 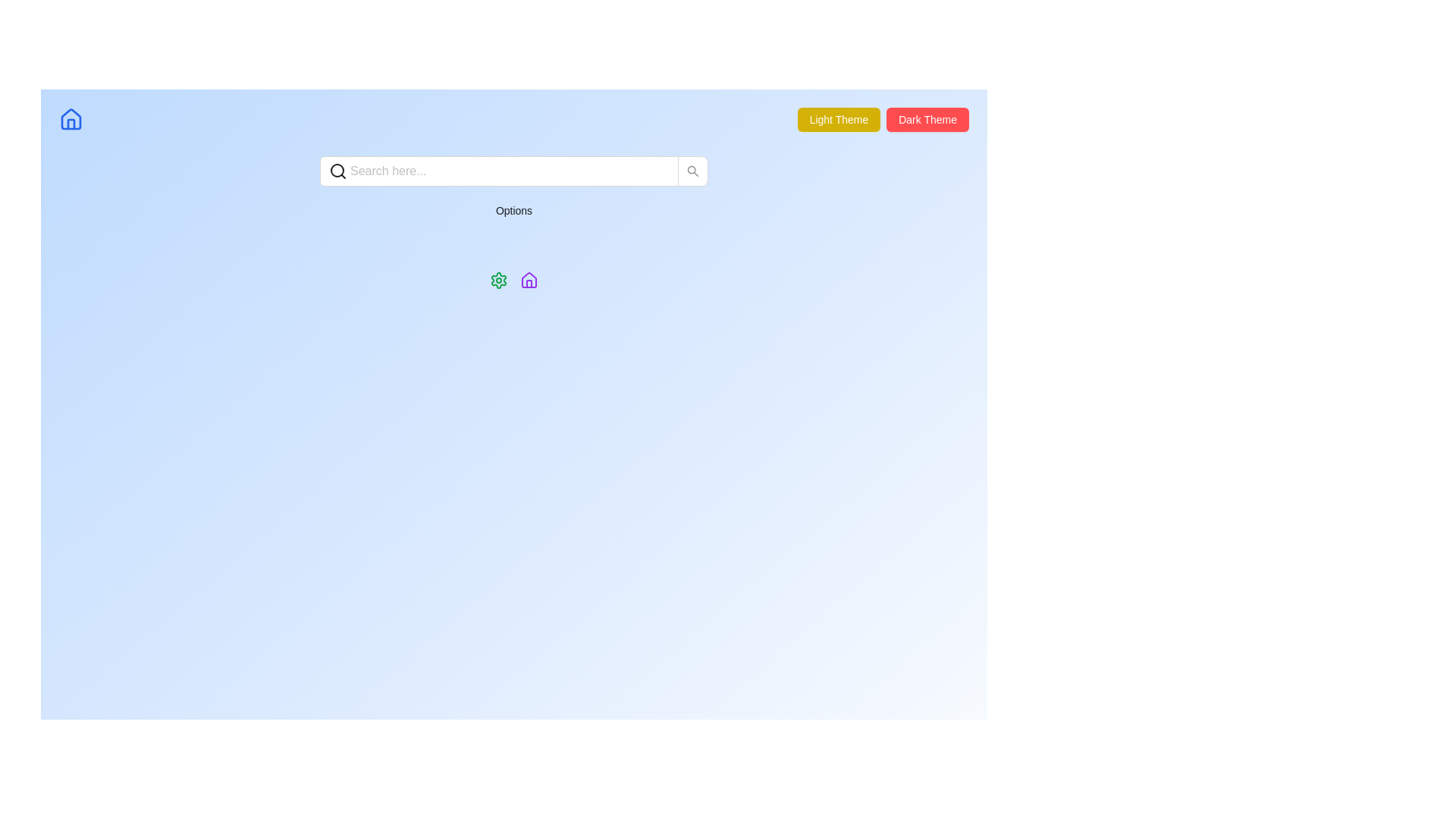 I want to click on the circular search button with a magnifying glass icon at the far right of the search bar, so click(x=692, y=171).